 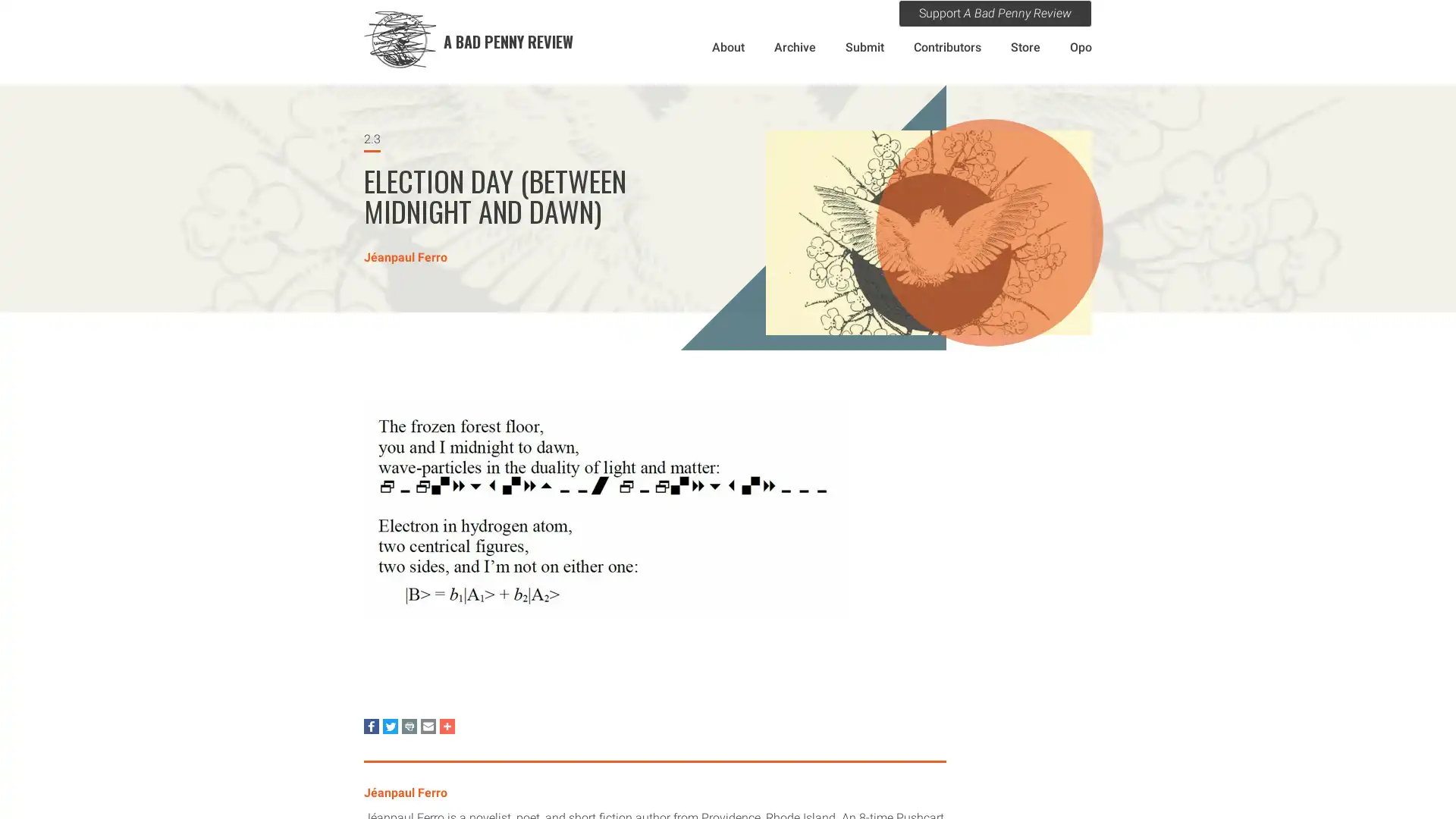 What do you see at coordinates (371, 725) in the screenshot?
I see `Share to Facebook` at bounding box center [371, 725].